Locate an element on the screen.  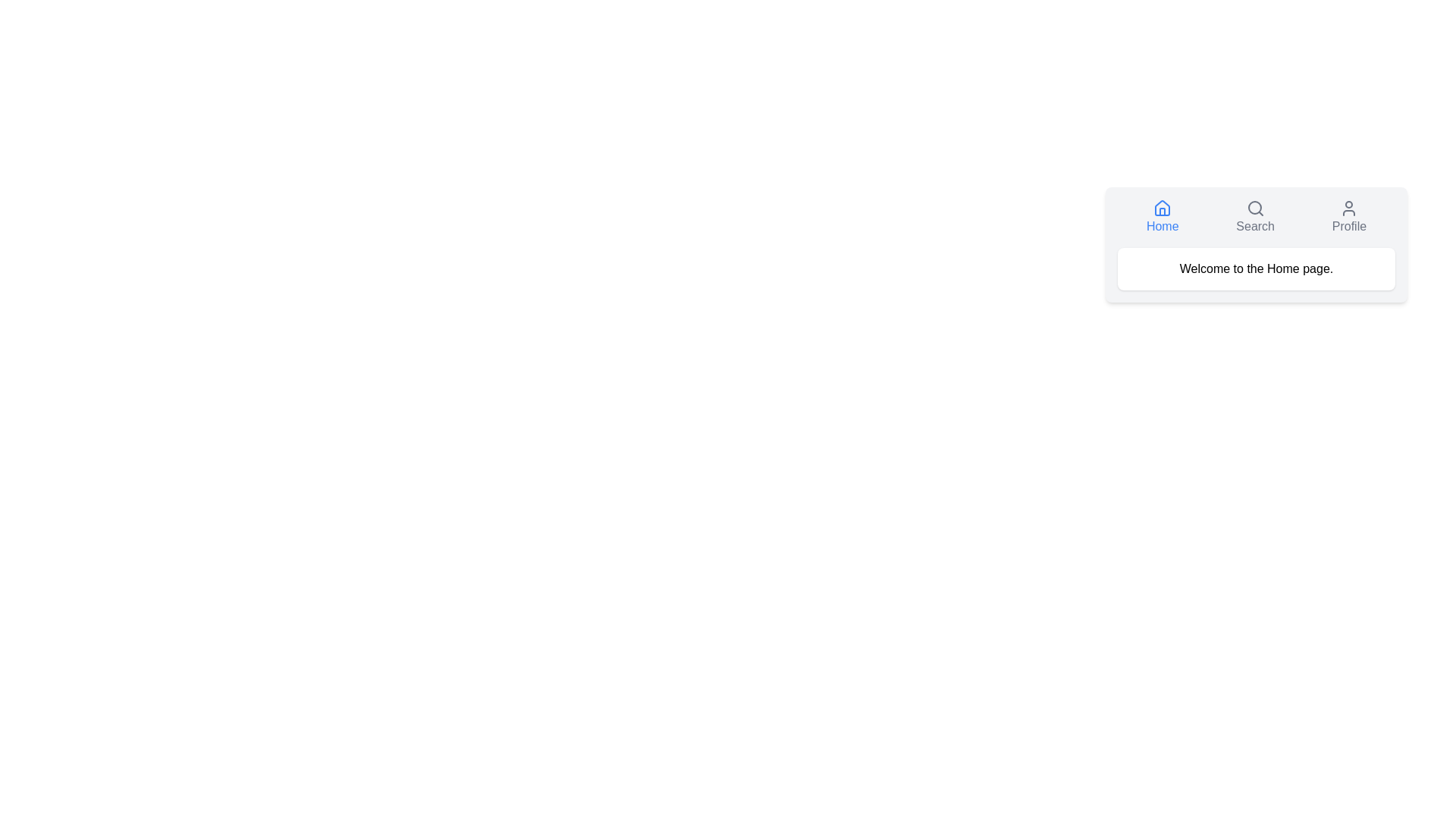
the magnifying glass icon in the top navigation bar, which is the second icon in the sequence is located at coordinates (1255, 208).